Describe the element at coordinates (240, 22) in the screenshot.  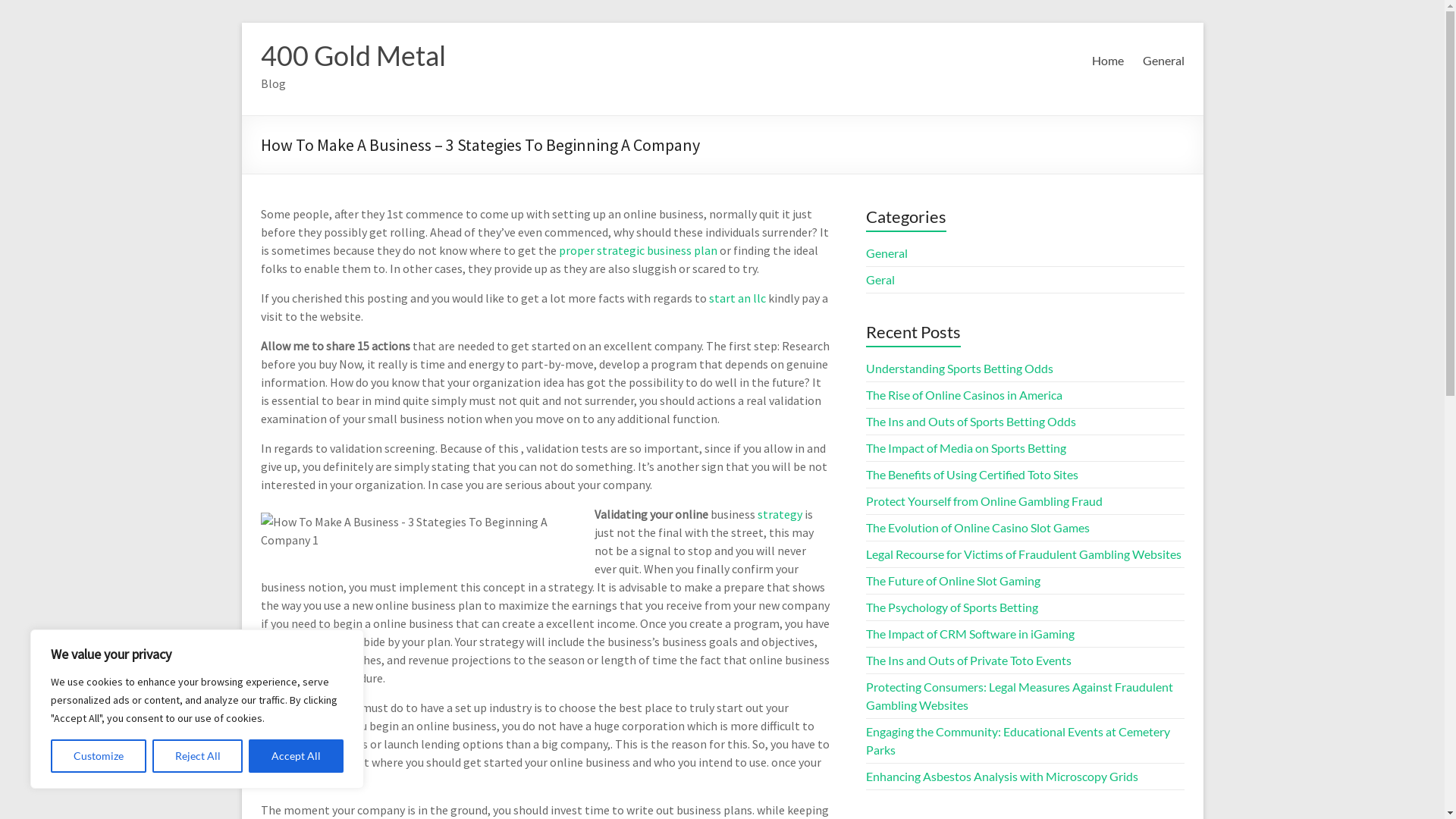
I see `'Skip to content'` at that location.